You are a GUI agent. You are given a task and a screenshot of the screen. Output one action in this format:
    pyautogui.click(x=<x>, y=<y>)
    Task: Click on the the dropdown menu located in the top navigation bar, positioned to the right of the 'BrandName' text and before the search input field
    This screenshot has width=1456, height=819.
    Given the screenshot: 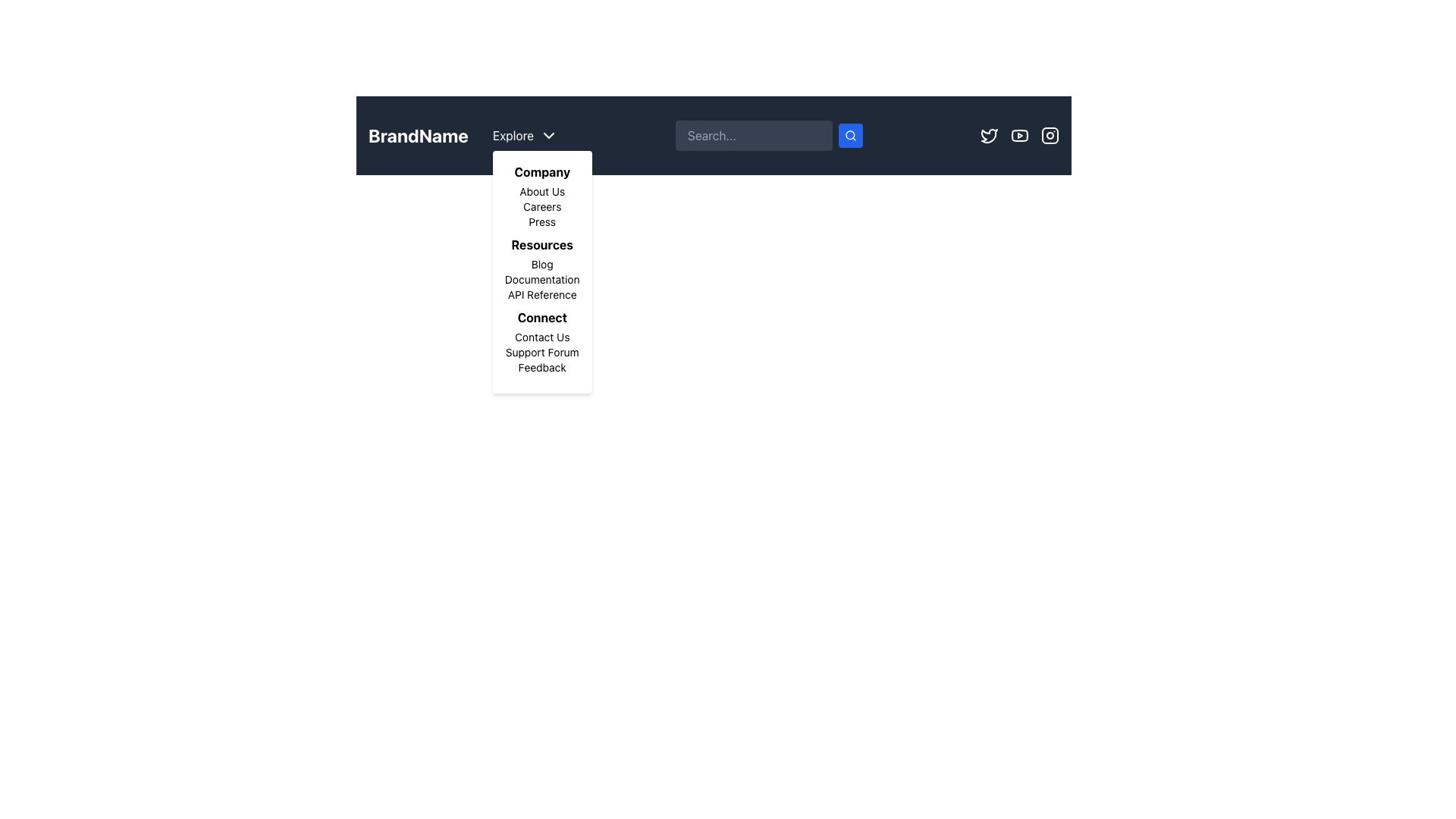 What is the action you would take?
    pyautogui.click(x=525, y=134)
    